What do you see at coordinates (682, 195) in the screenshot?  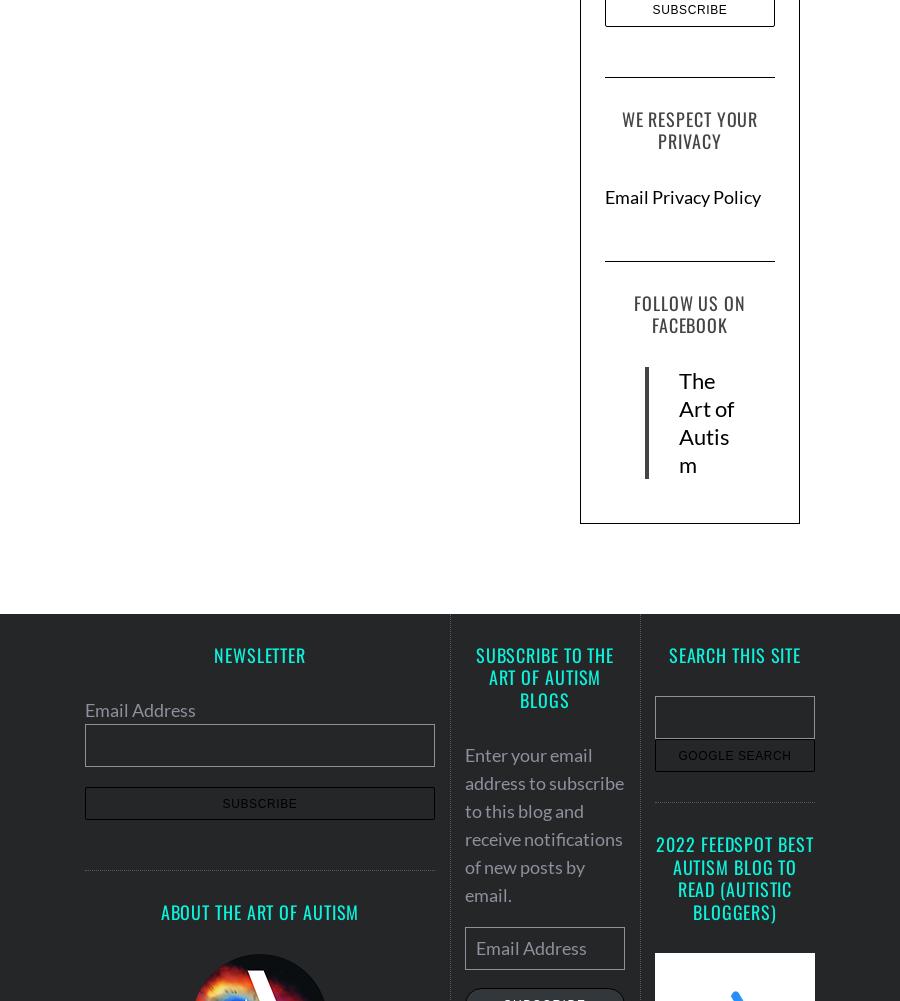 I see `'Email Privacy Policy'` at bounding box center [682, 195].